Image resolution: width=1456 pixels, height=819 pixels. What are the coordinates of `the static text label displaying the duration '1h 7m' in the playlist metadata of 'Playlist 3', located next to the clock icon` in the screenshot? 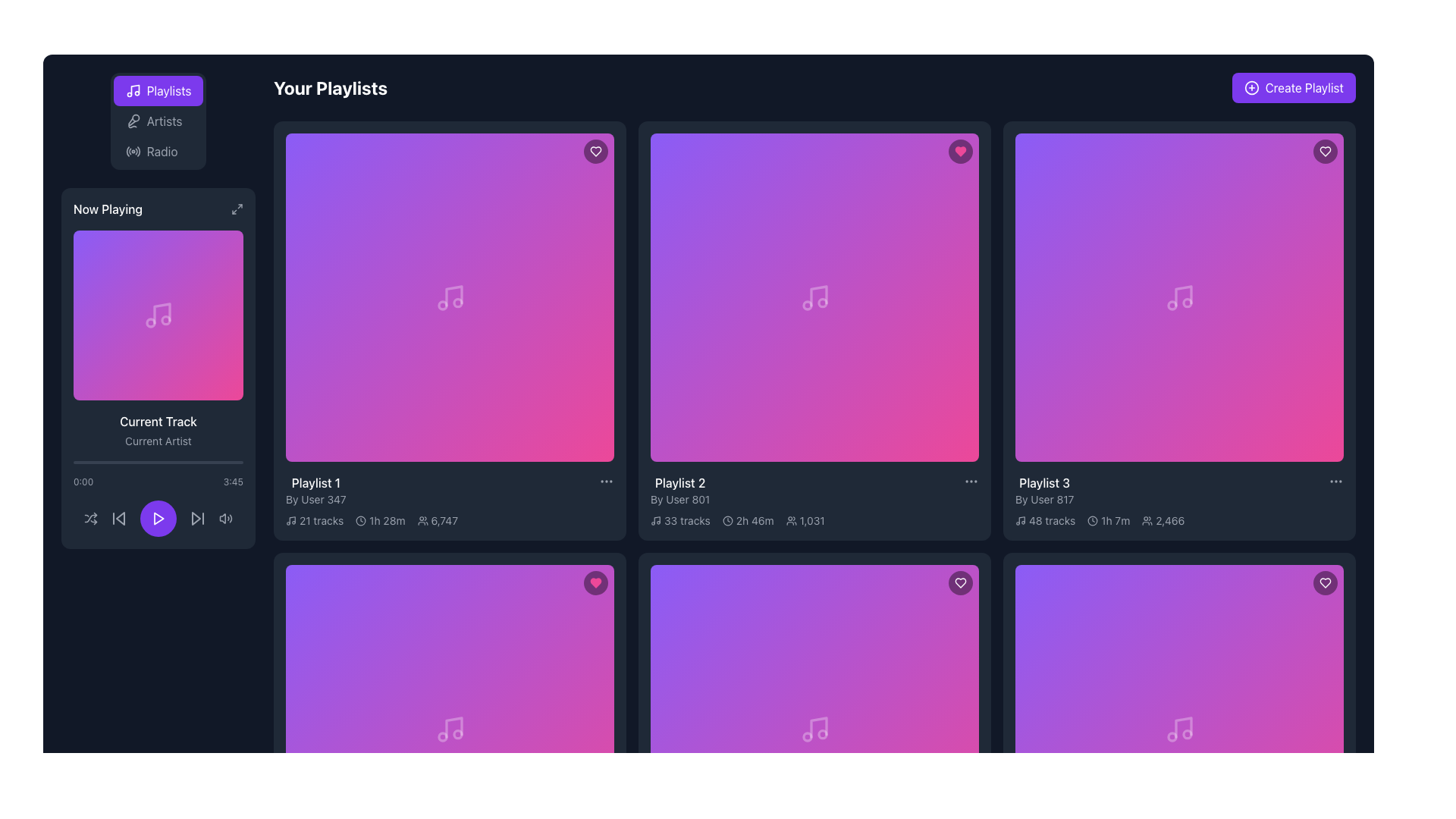 It's located at (1116, 519).